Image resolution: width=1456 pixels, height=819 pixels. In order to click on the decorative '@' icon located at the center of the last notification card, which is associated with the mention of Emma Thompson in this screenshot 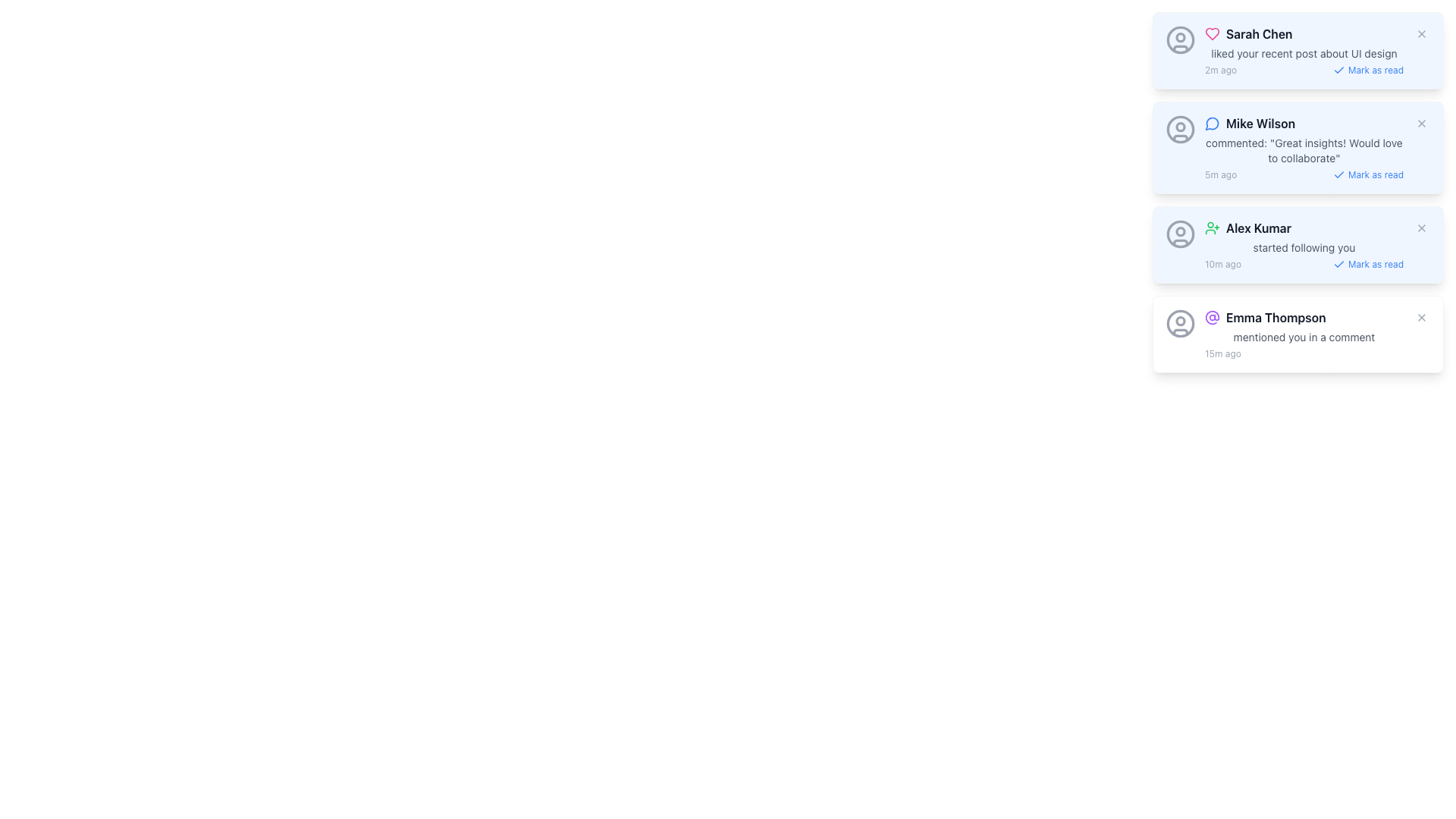, I will do `click(1211, 317)`.